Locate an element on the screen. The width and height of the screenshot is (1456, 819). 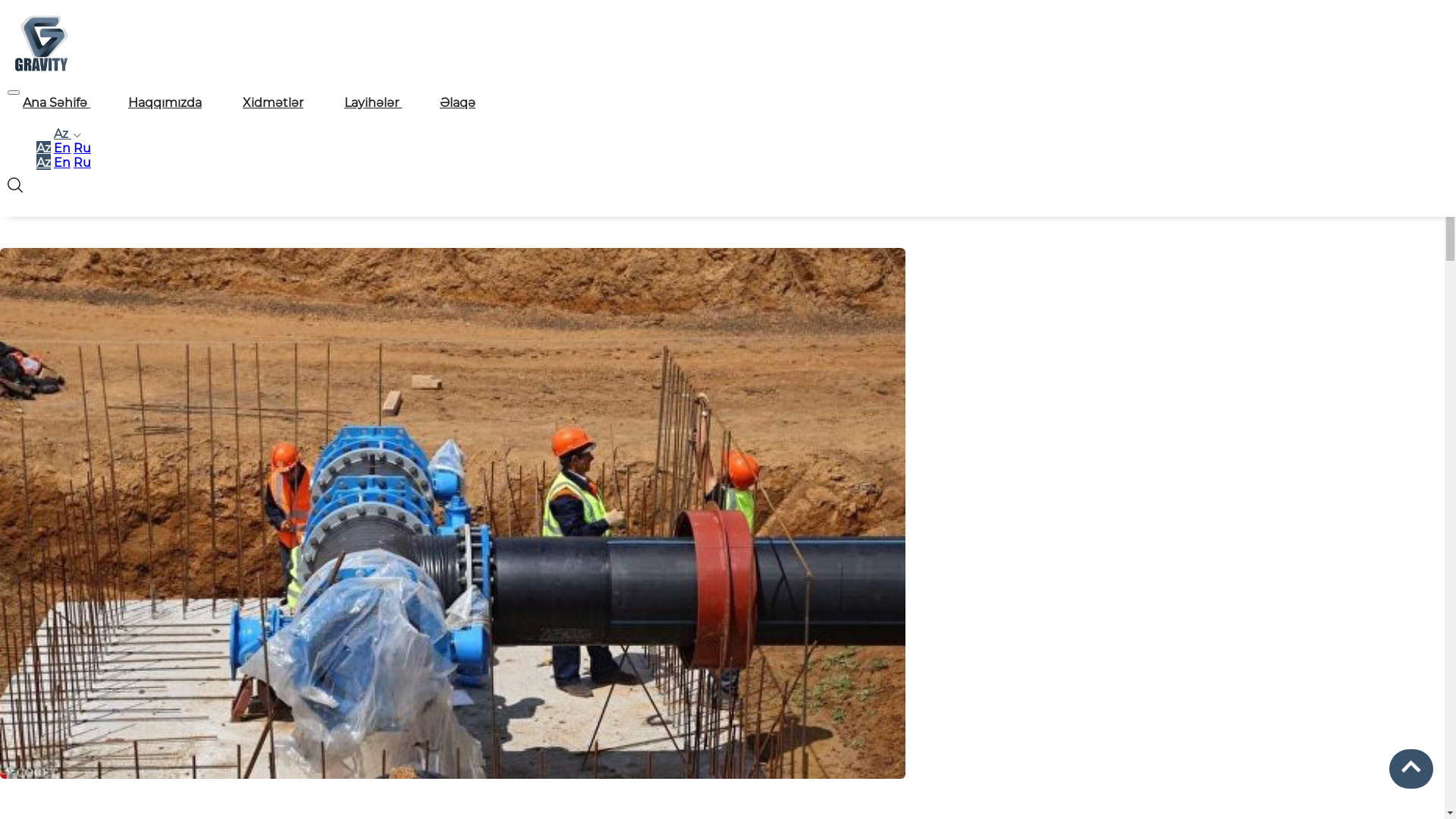
'En' is located at coordinates (61, 162).